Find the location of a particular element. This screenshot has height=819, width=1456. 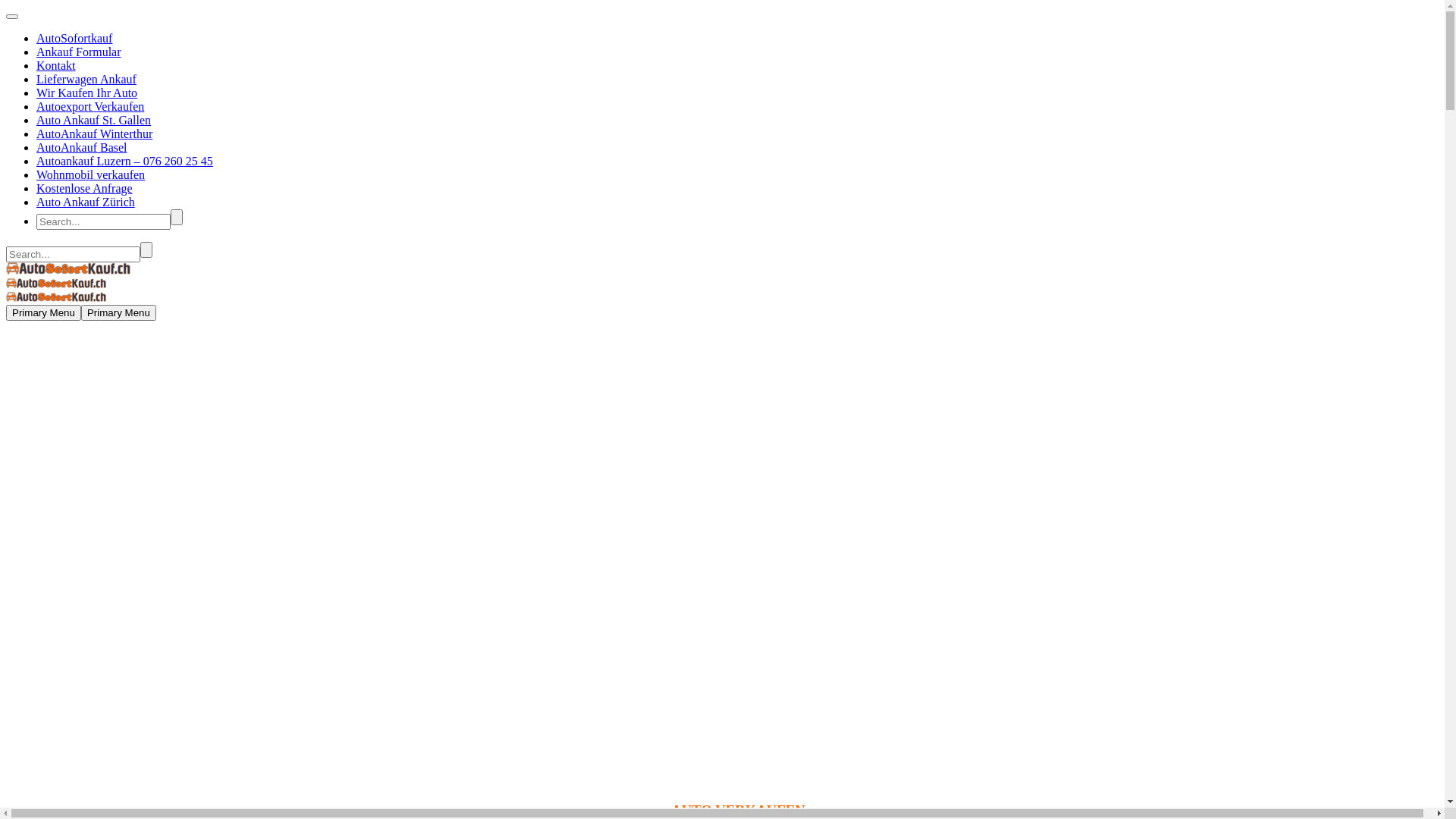

'Autoexport Verkaufen' is located at coordinates (89, 105).